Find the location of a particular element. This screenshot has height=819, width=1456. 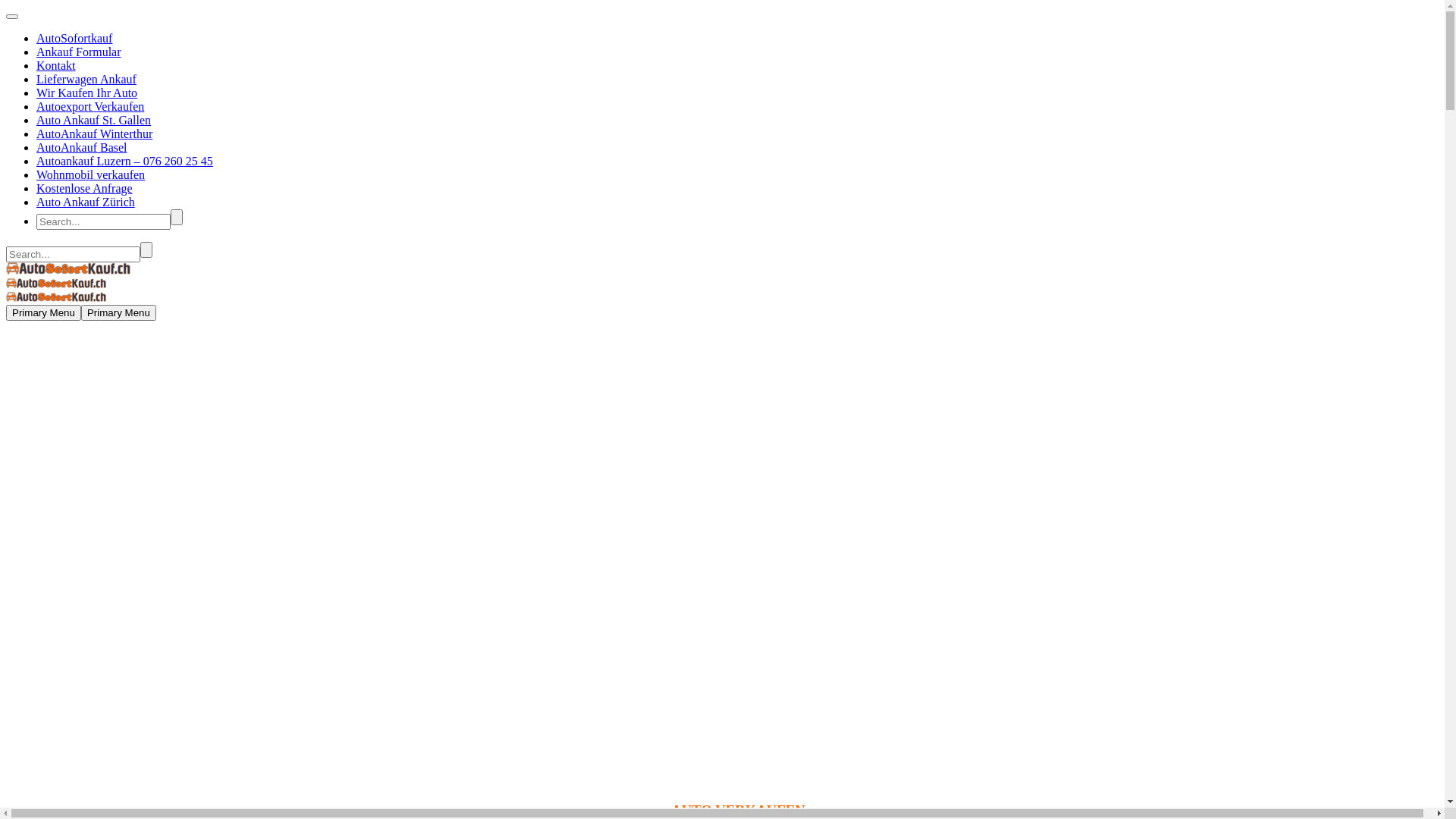

'Autoexport Verkaufen' is located at coordinates (89, 105).